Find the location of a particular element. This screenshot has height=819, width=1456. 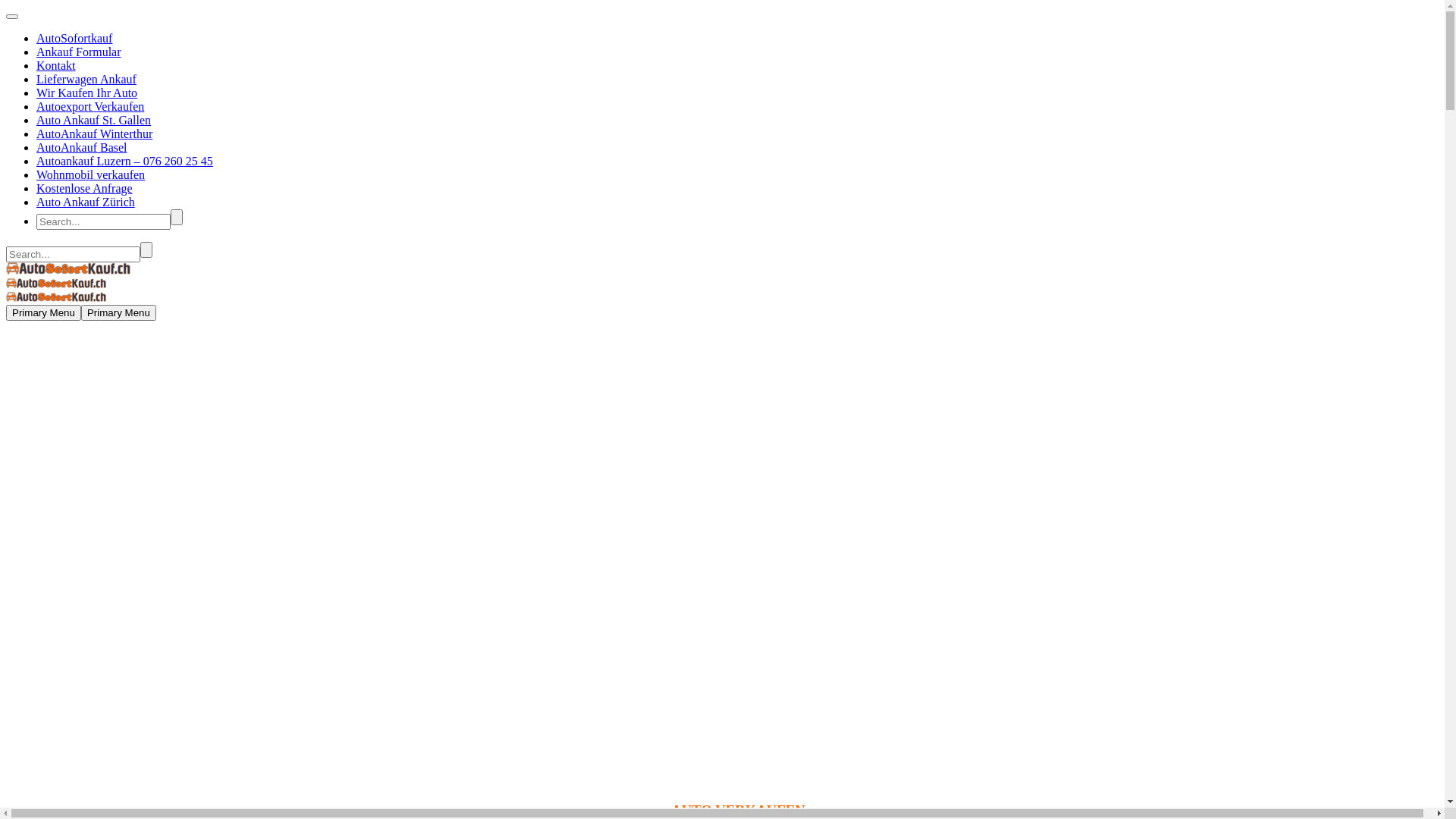

'Autoexport Verkaufen' is located at coordinates (89, 105).